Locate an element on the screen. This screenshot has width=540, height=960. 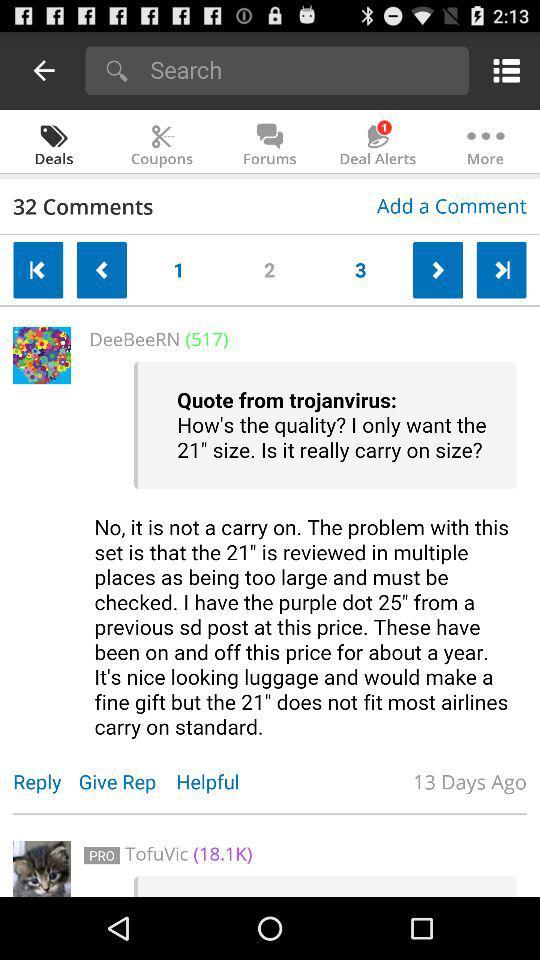
the previous button is located at coordinates (38, 269).